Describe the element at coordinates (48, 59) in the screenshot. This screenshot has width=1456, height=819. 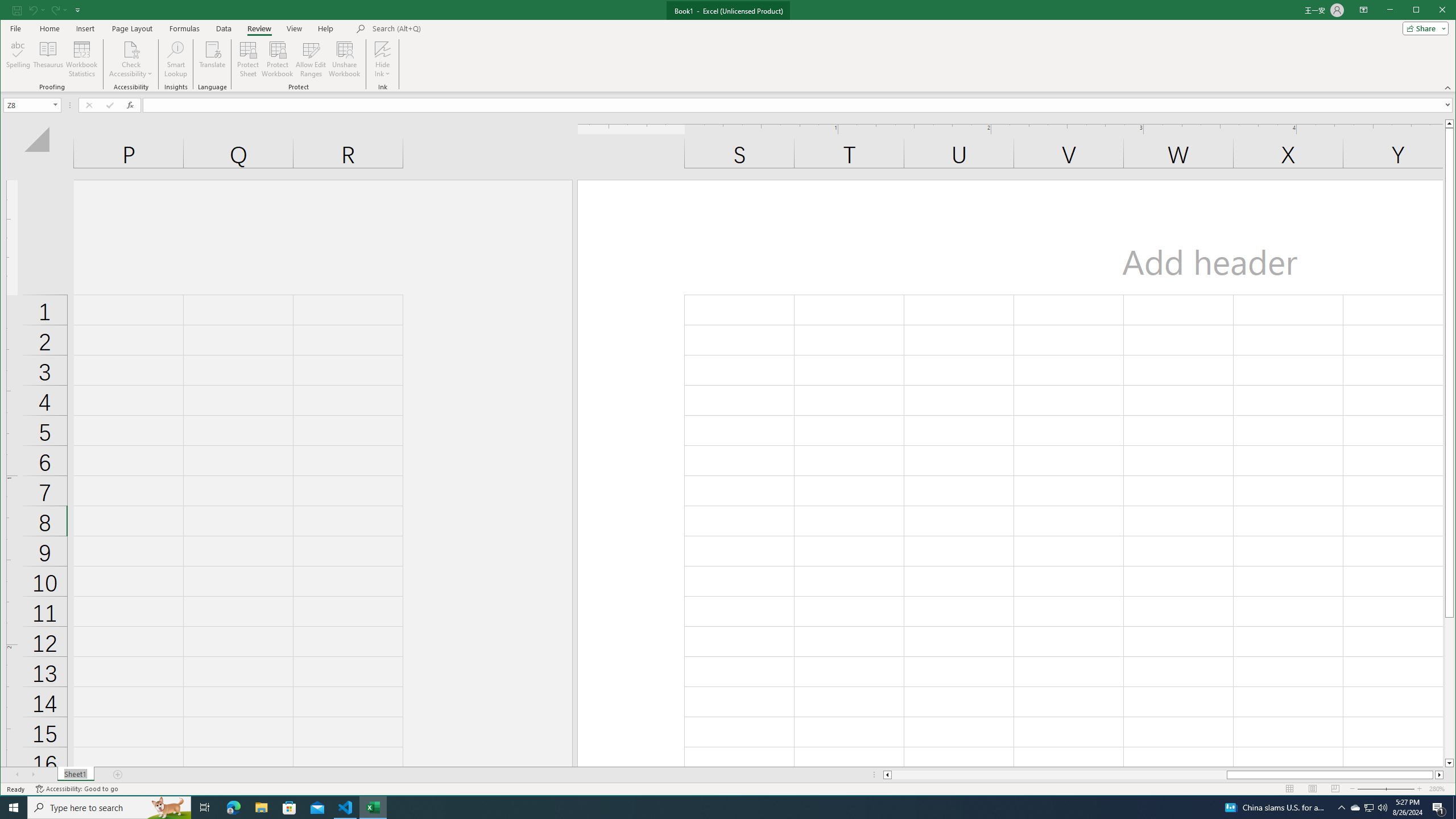
I see `'Thesaurus...'` at that location.